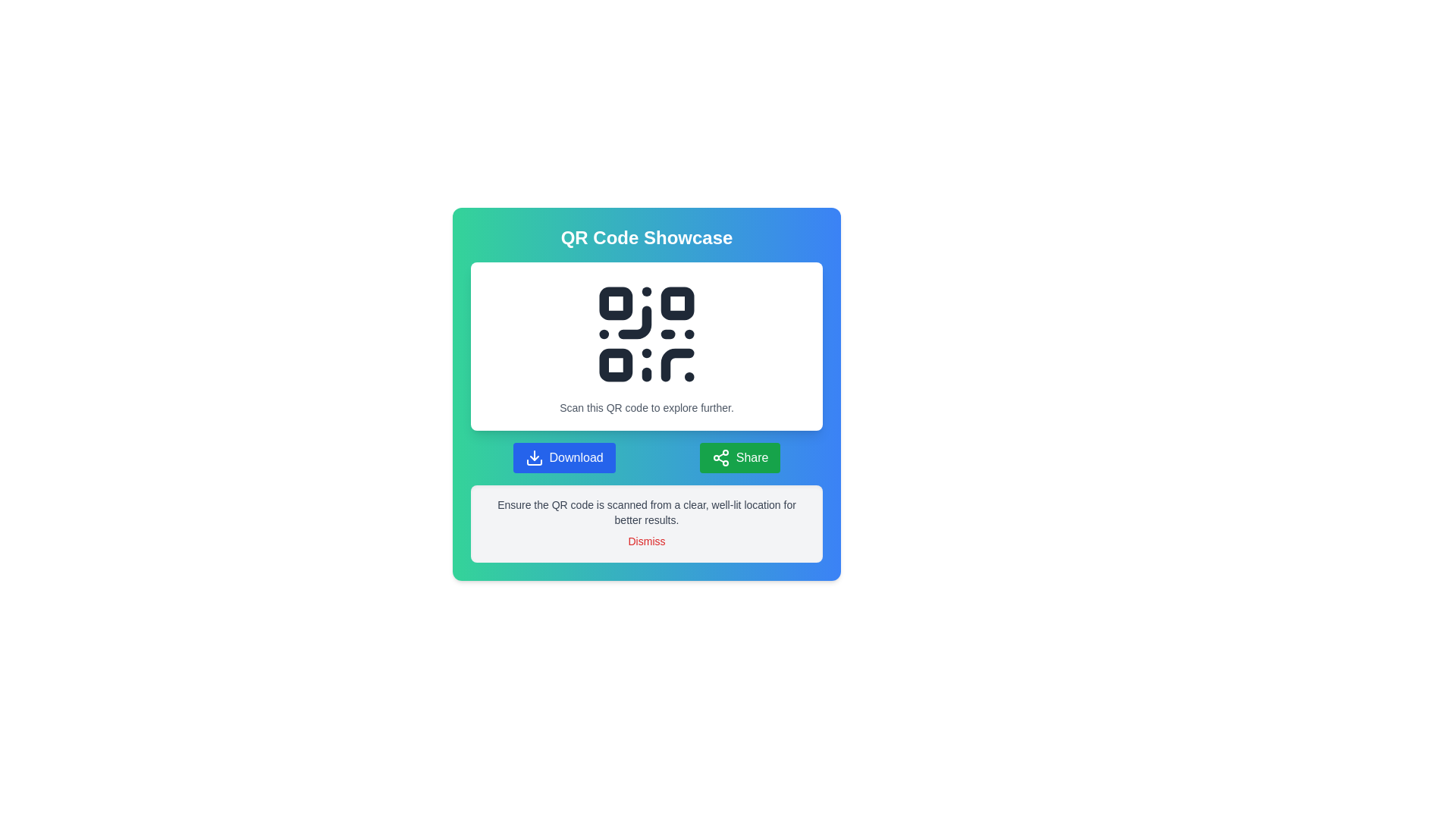 This screenshot has height=819, width=1456. Describe the element at coordinates (647, 333) in the screenshot. I see `the QR code element located in the center of the card labeled 'QR Code Showcase'` at that location.